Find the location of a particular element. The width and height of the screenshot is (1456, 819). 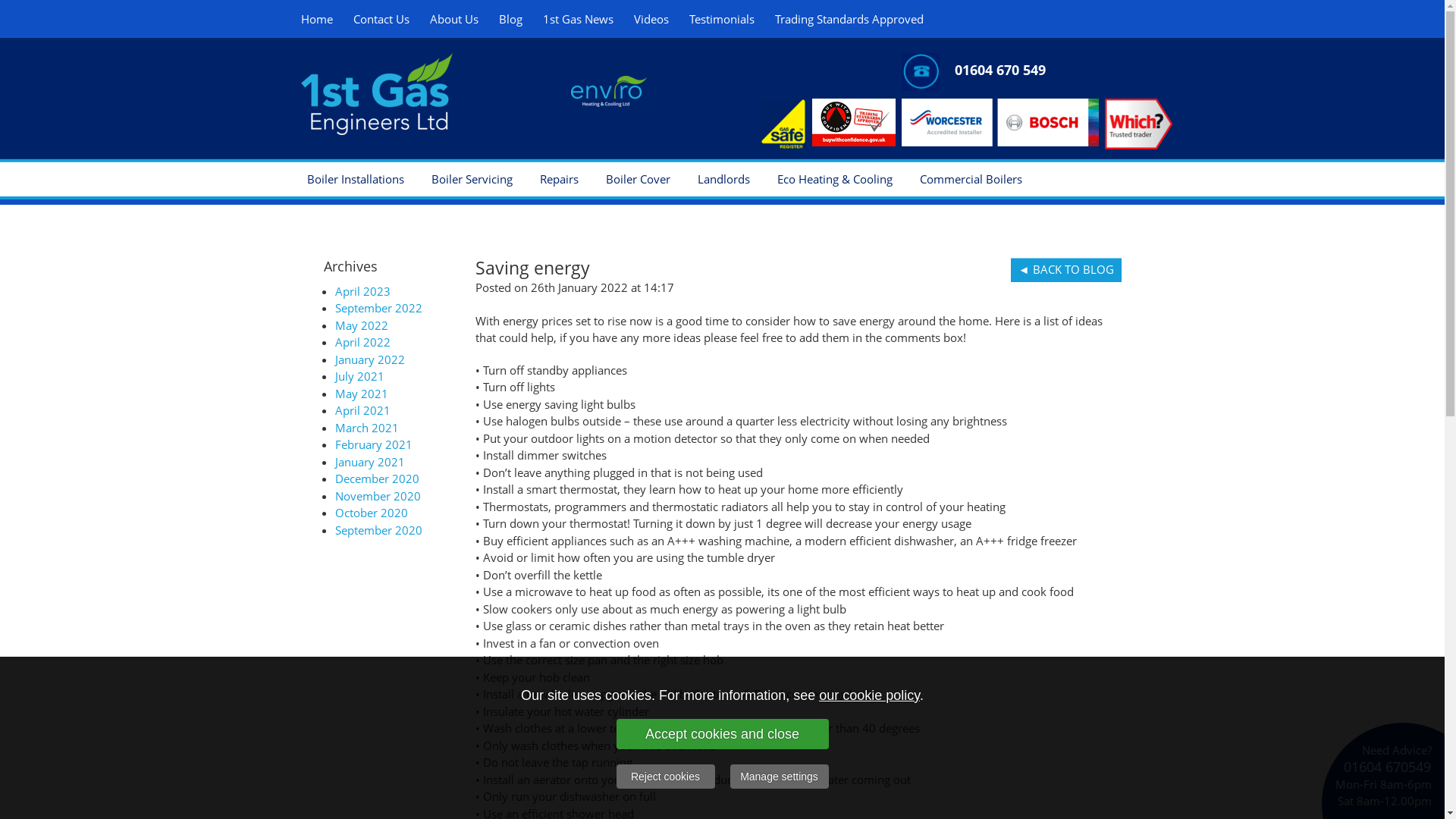

'Eco Heating & Cooling' is located at coordinates (833, 177).